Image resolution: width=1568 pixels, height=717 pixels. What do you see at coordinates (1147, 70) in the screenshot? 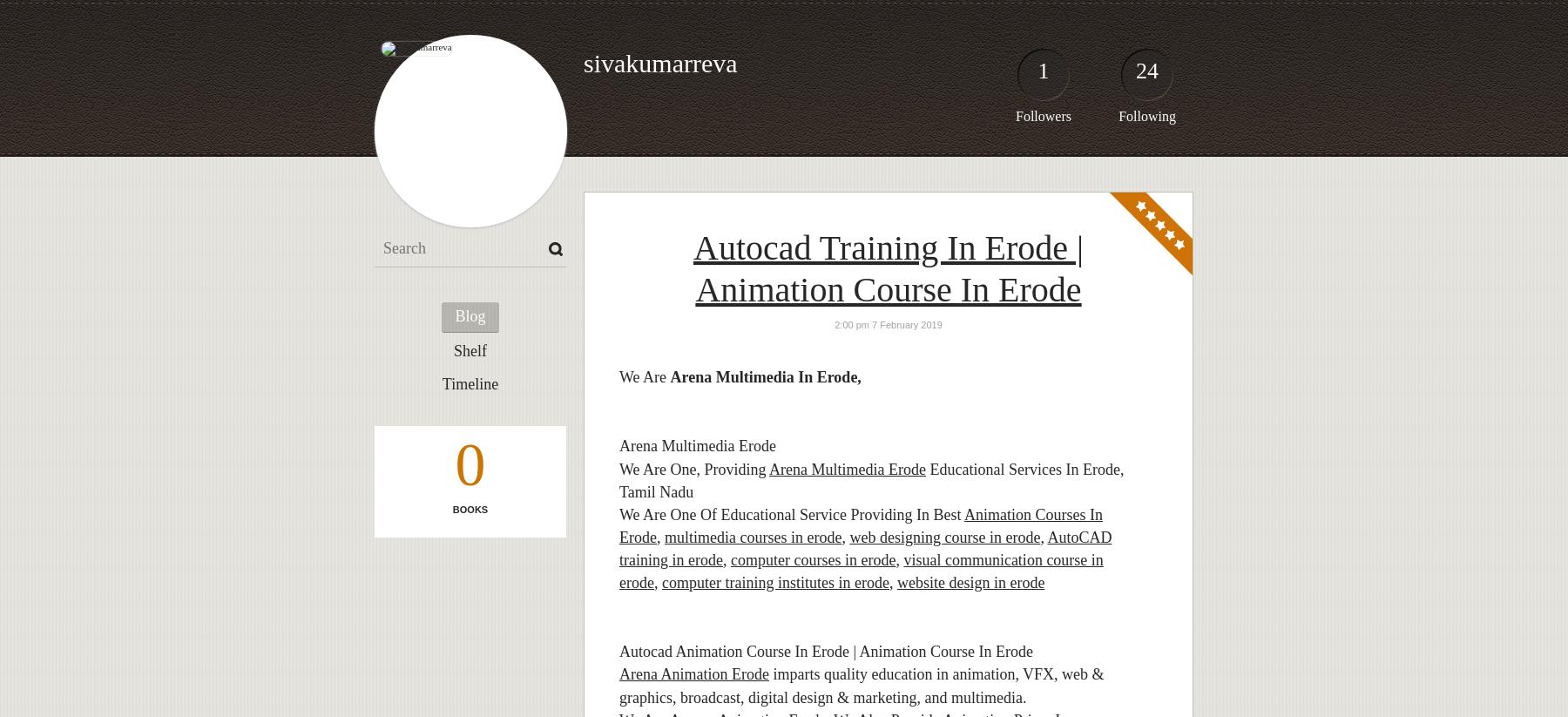
I see `'24'` at bounding box center [1147, 70].